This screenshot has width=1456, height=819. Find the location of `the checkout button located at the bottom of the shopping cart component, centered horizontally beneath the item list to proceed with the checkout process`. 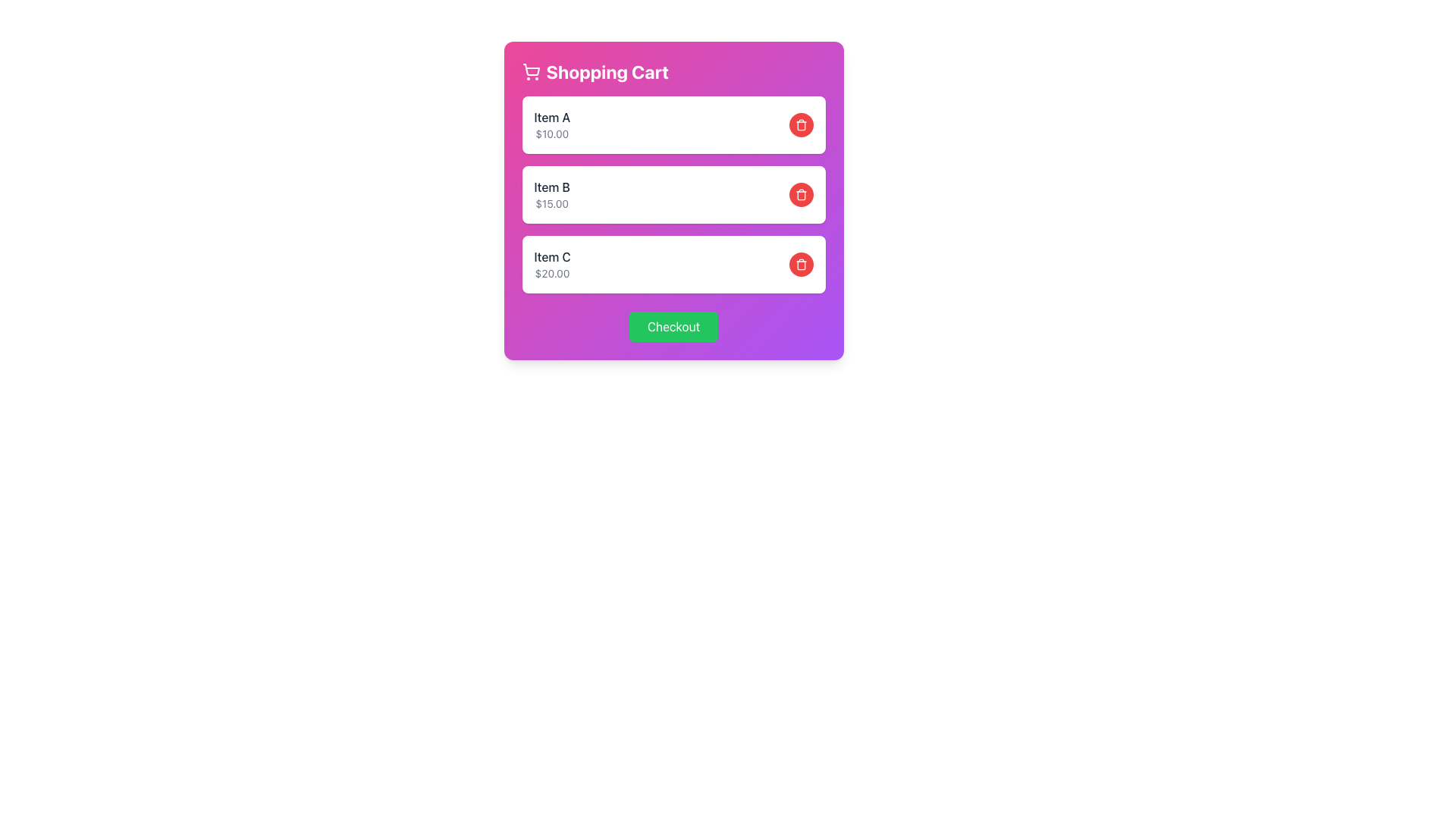

the checkout button located at the bottom of the shopping cart component, centered horizontally beneath the item list to proceed with the checkout process is located at coordinates (673, 326).